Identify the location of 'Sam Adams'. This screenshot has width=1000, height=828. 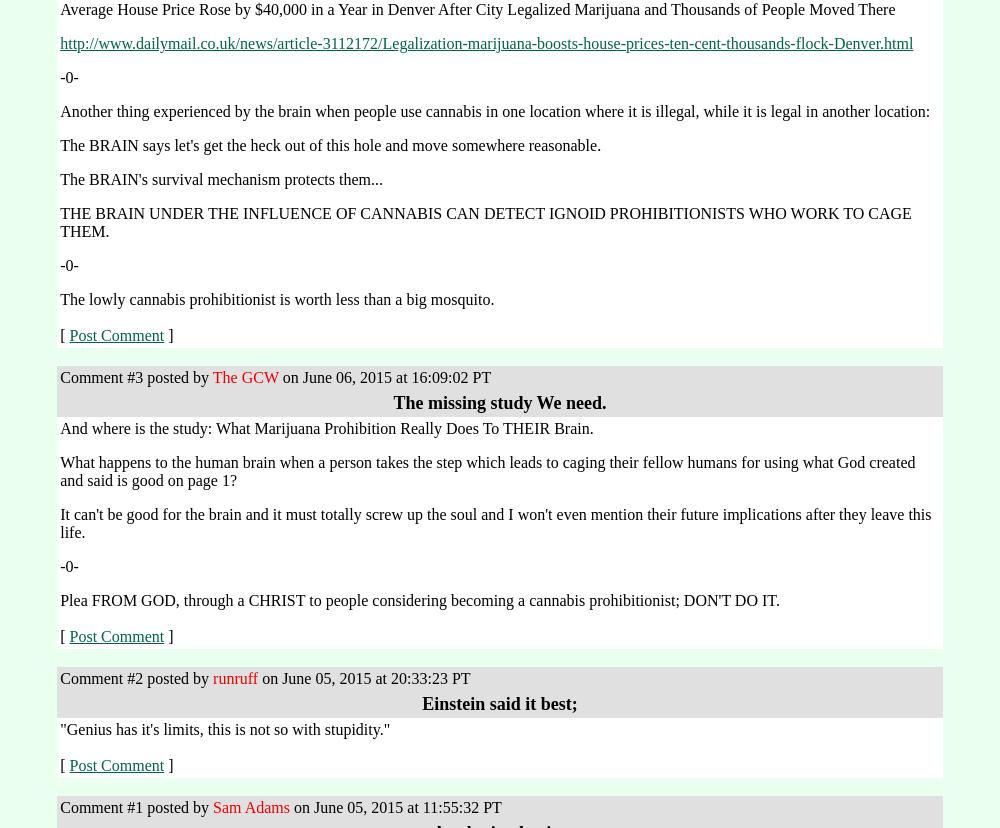
(251, 806).